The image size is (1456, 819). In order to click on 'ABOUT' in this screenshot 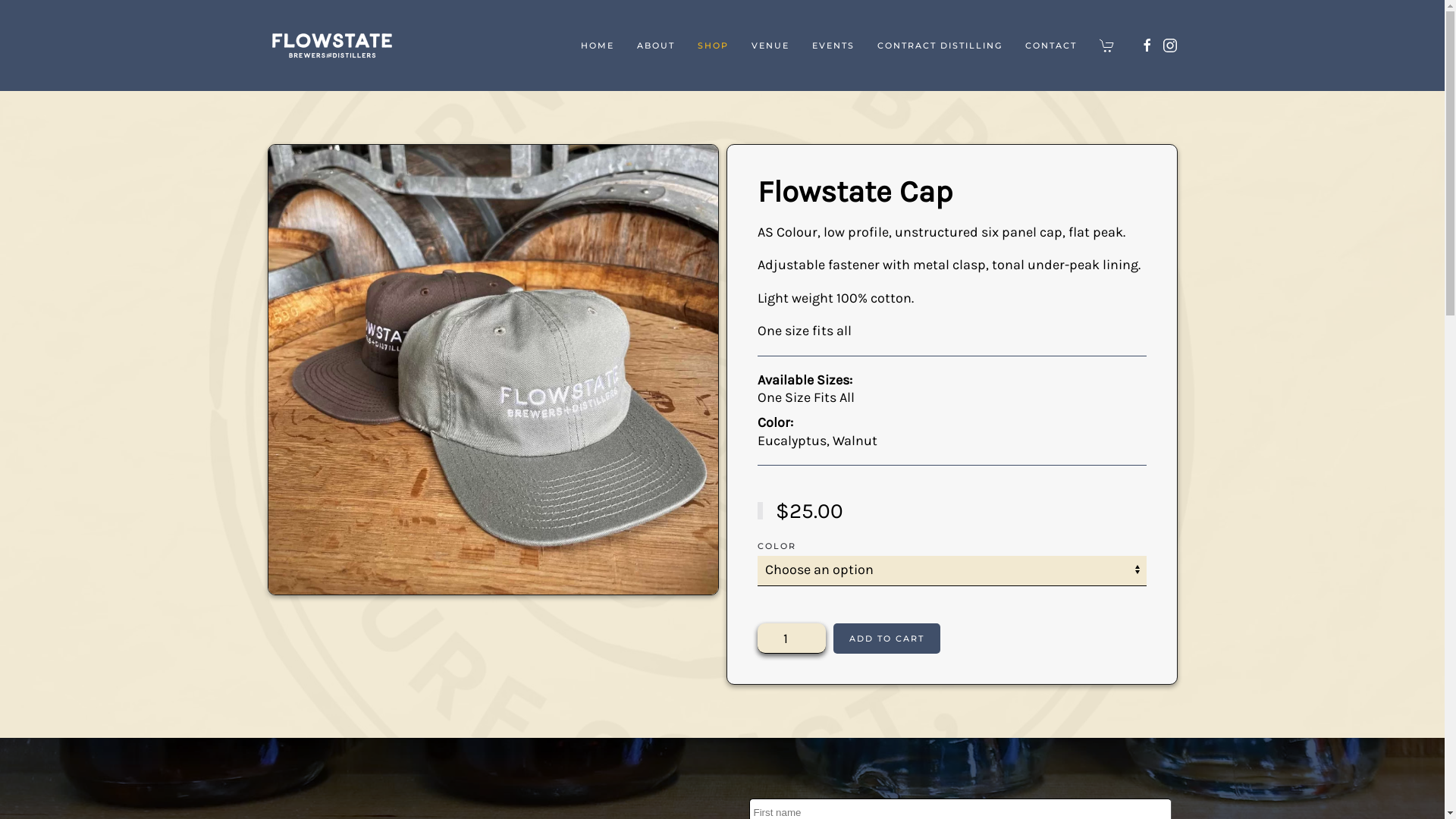, I will do `click(655, 45)`.